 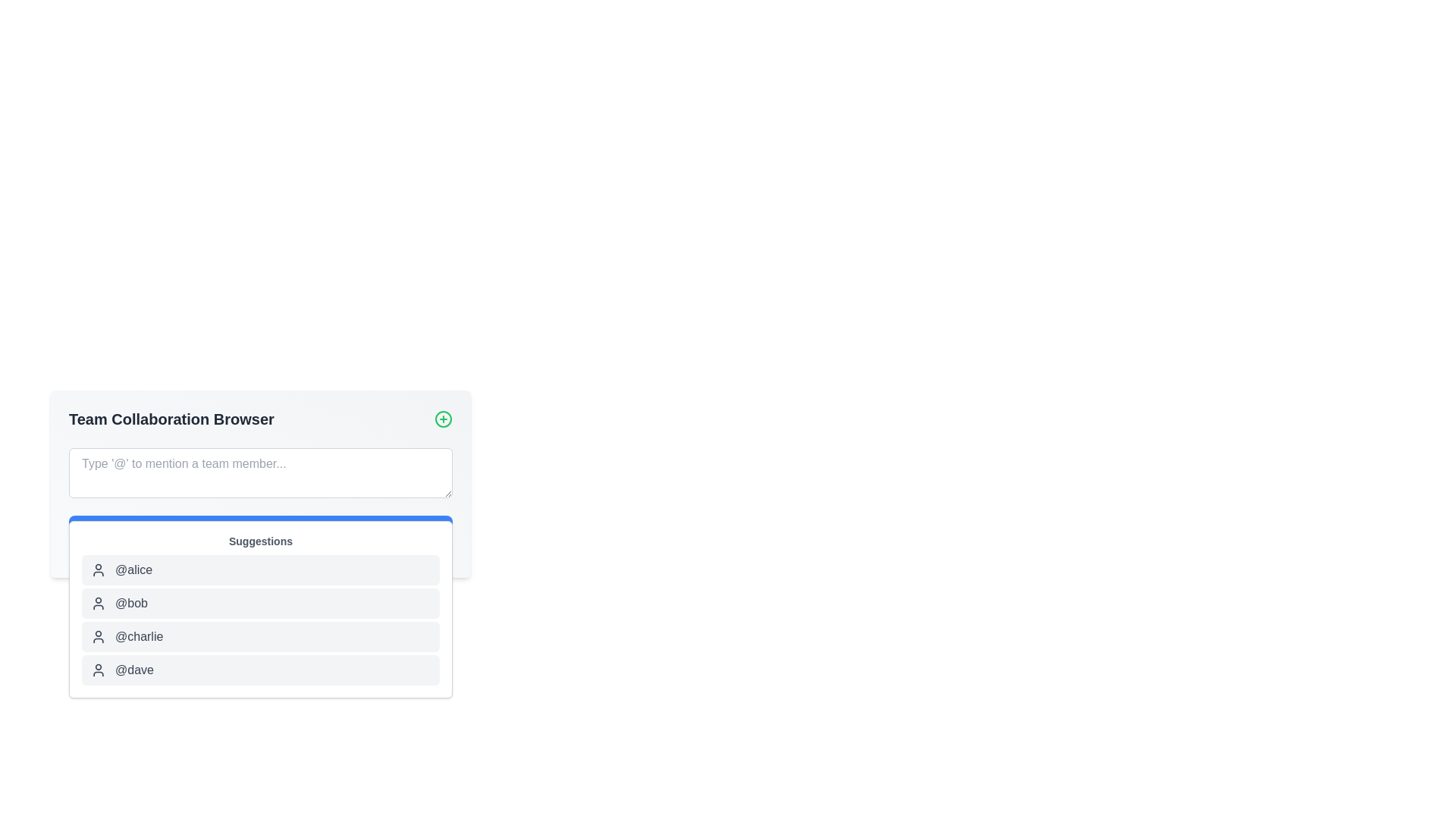 I want to click on the list item representing user '@dave' in the dropdown menu, so click(x=261, y=669).